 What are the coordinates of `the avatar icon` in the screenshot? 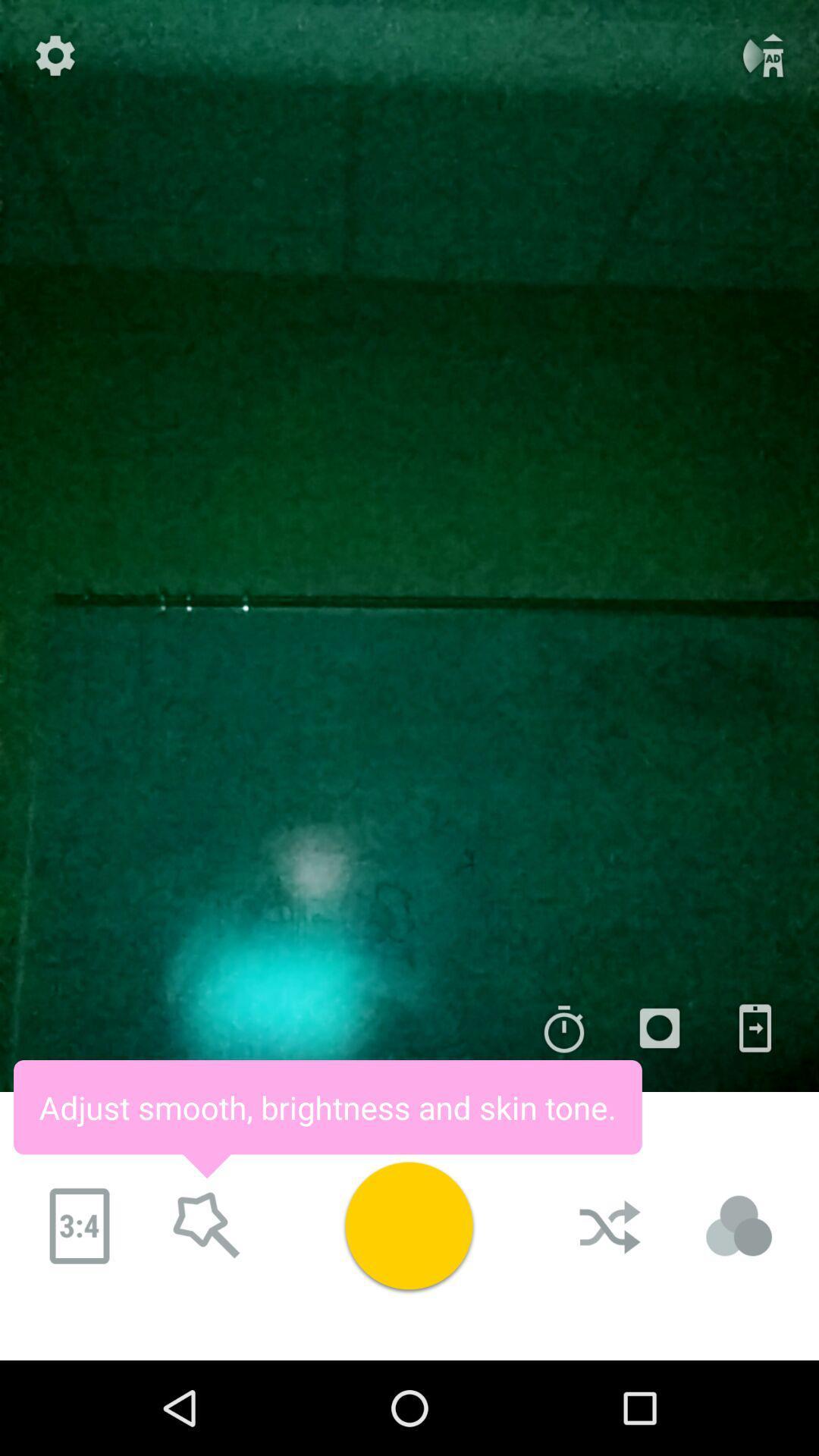 It's located at (739, 1226).